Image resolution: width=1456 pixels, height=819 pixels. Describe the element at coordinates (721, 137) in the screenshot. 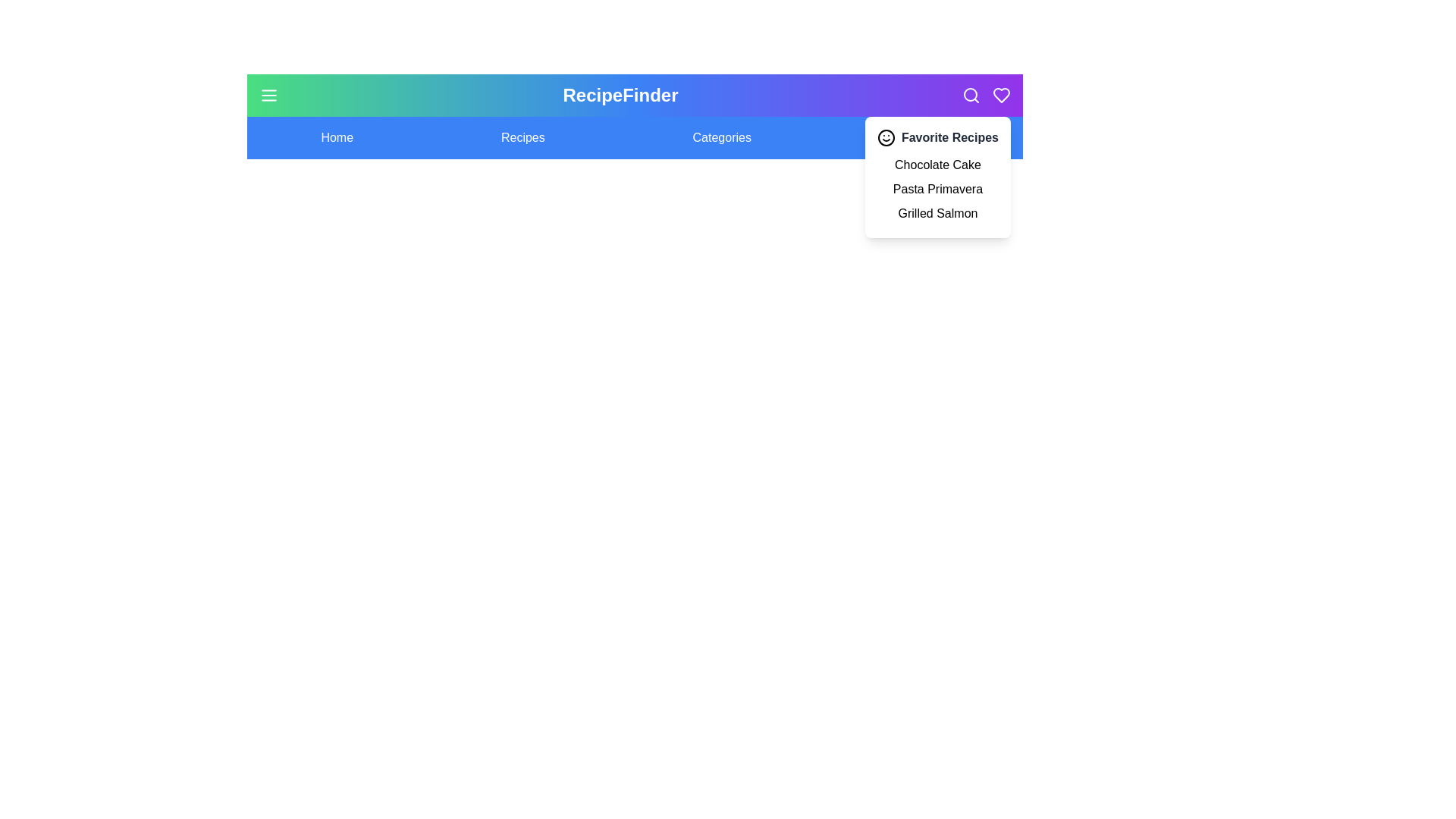

I see `the menu item labeled Categories to navigate to its section` at that location.